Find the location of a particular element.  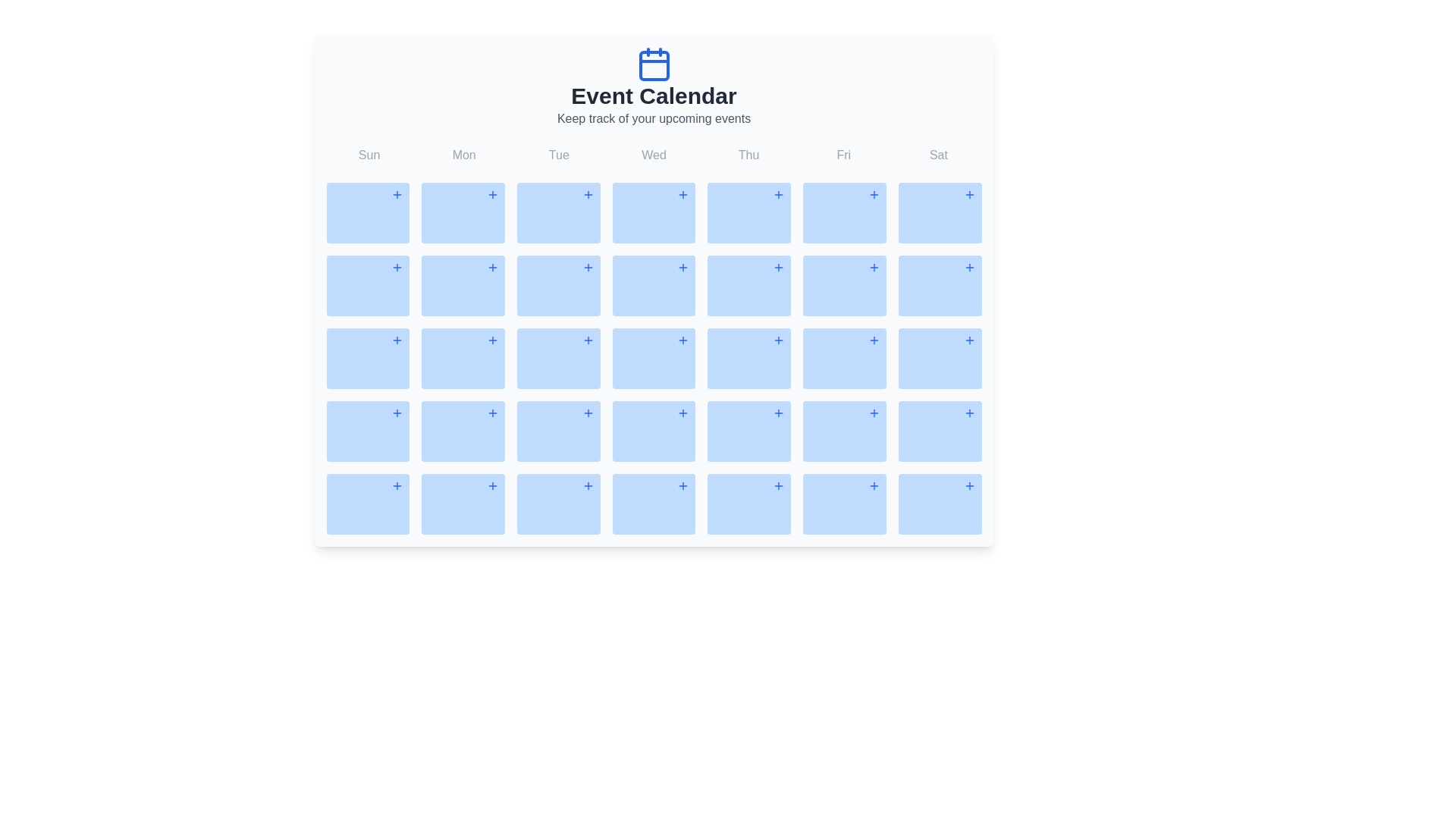

the rectangular box with rounded corners, styled with a light blue background, located in the sixth row and third column of a 7-column grid layout is located at coordinates (557, 504).